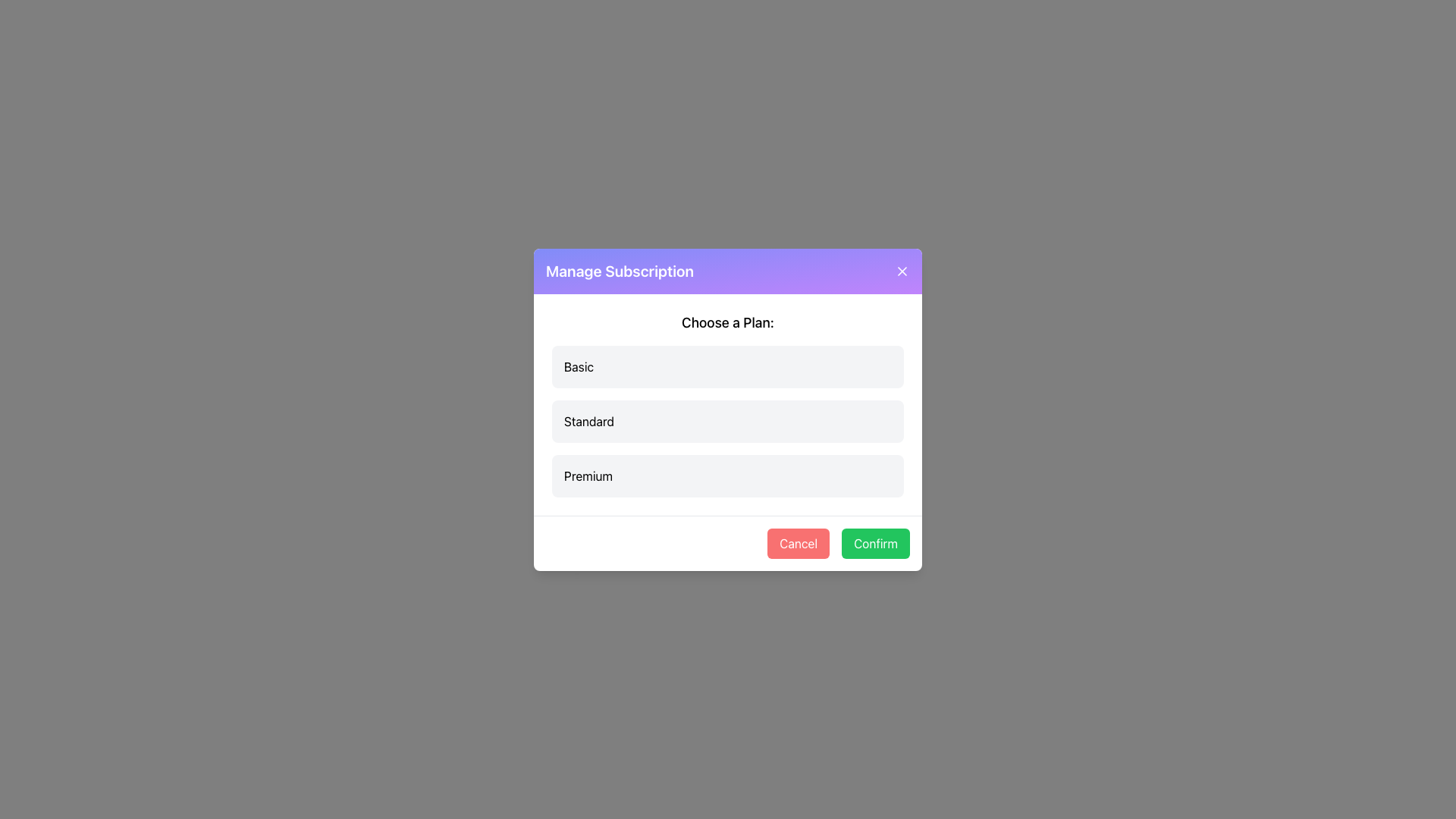 Image resolution: width=1456 pixels, height=819 pixels. Describe the element at coordinates (876, 542) in the screenshot. I see `the 'Confirm' button, a green rectangular button with rounded corners and white text` at that location.